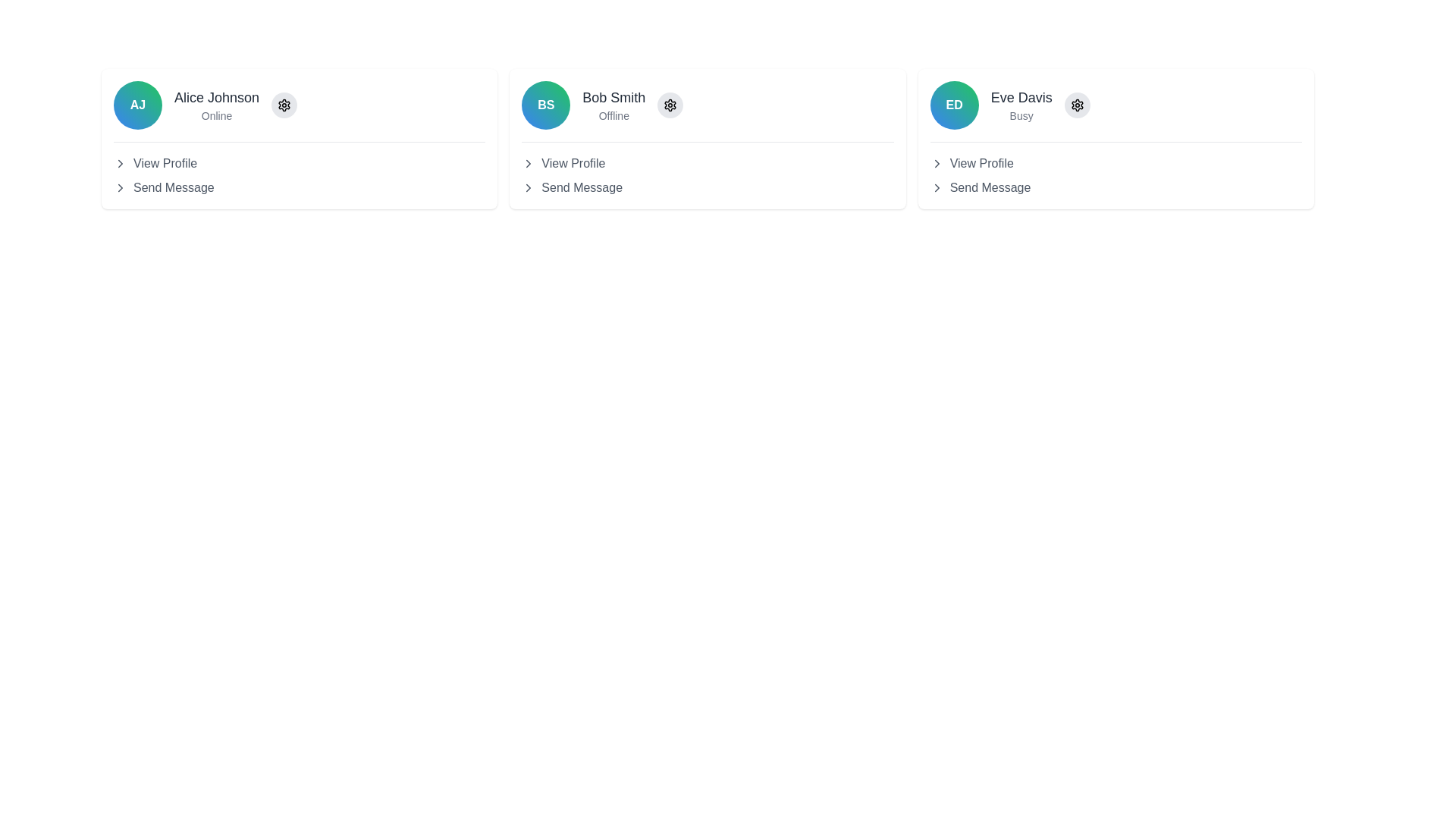 This screenshot has height=819, width=1456. What do you see at coordinates (300, 169) in the screenshot?
I see `the 'Send Message' option in the lower portion of the card section for 'Alice Johnson'` at bounding box center [300, 169].